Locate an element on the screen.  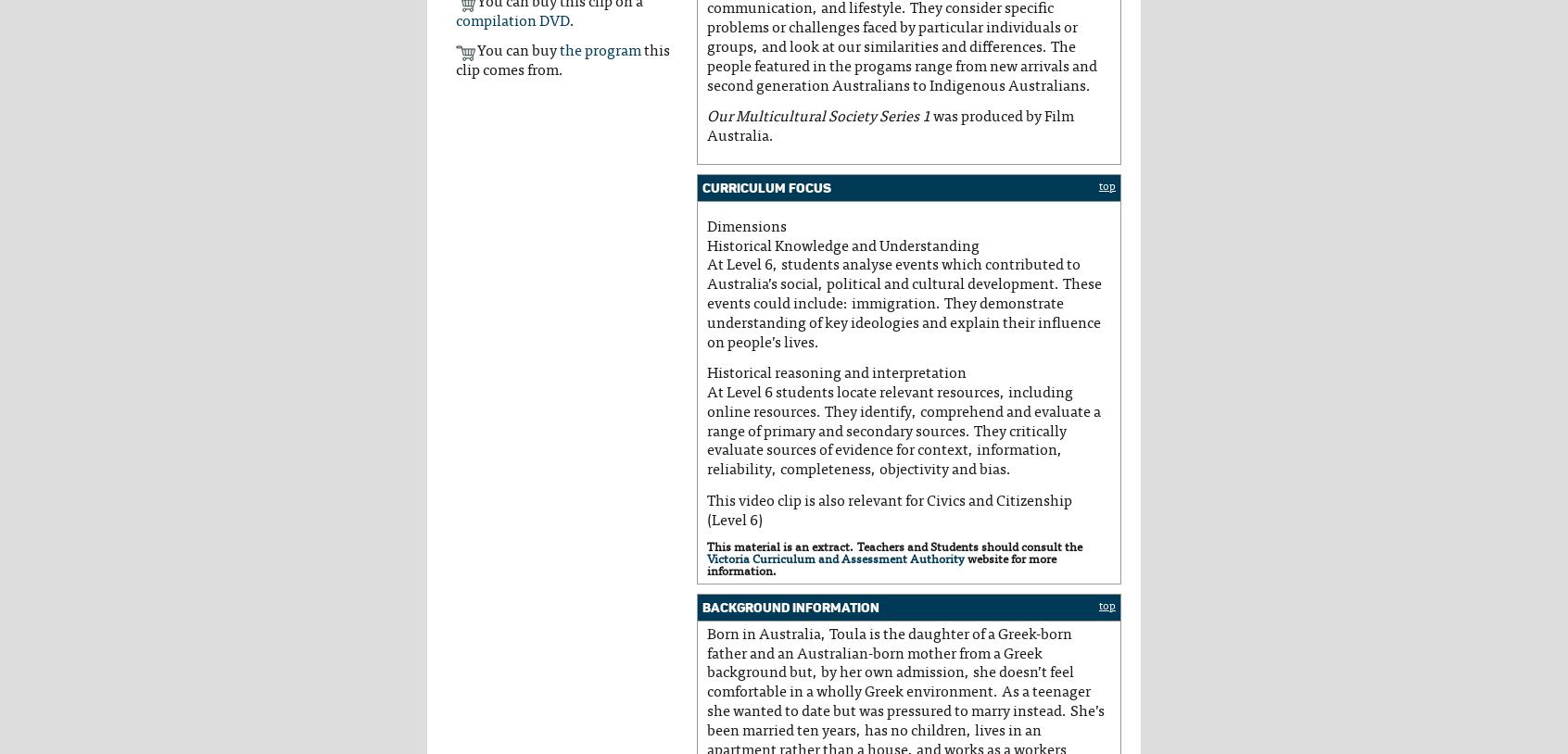
'was produced by Film Australia.' is located at coordinates (891, 126).